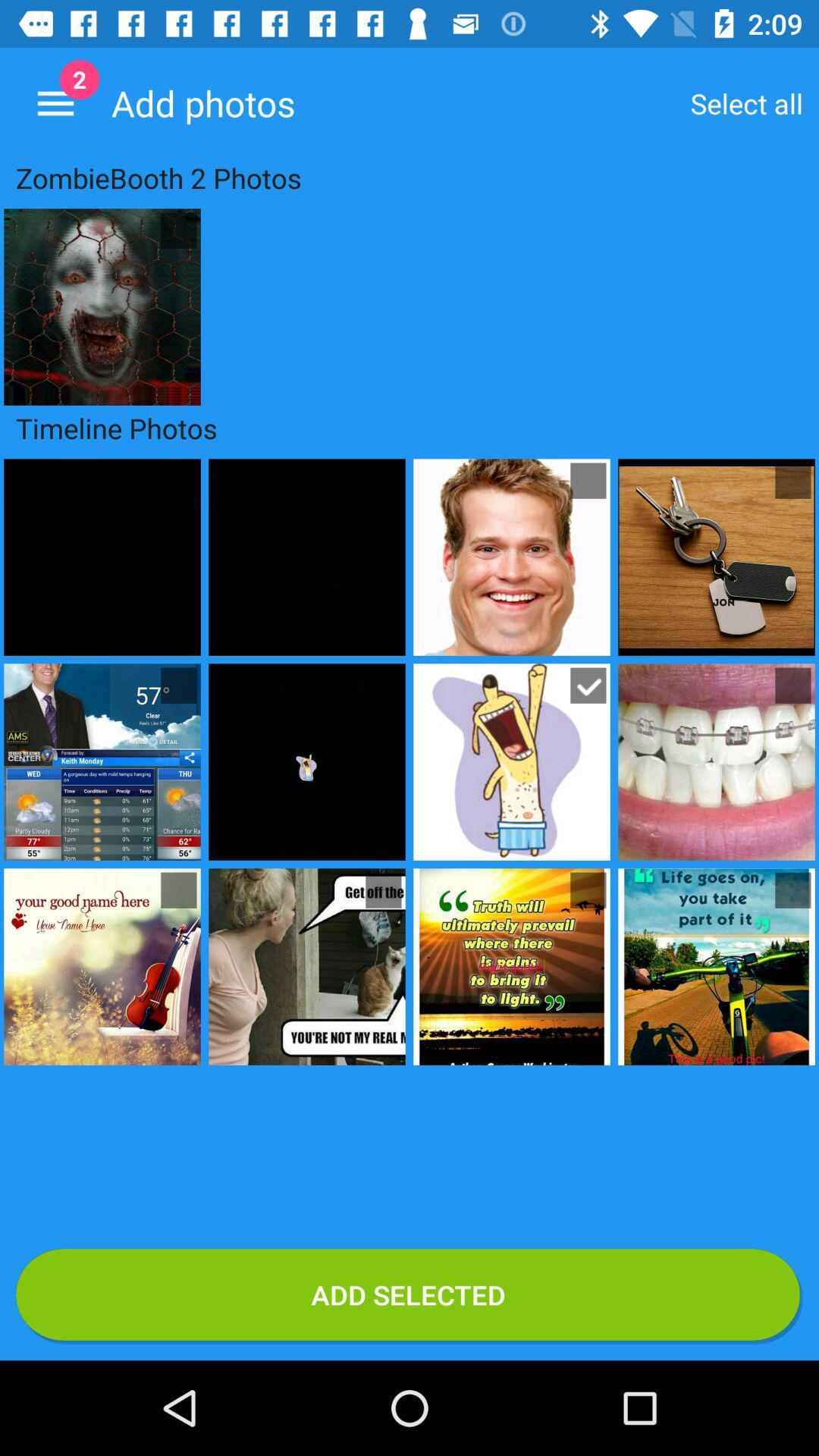 The width and height of the screenshot is (819, 1456). What do you see at coordinates (587, 890) in the screenshot?
I see `the check box of image which is at third row and third column` at bounding box center [587, 890].